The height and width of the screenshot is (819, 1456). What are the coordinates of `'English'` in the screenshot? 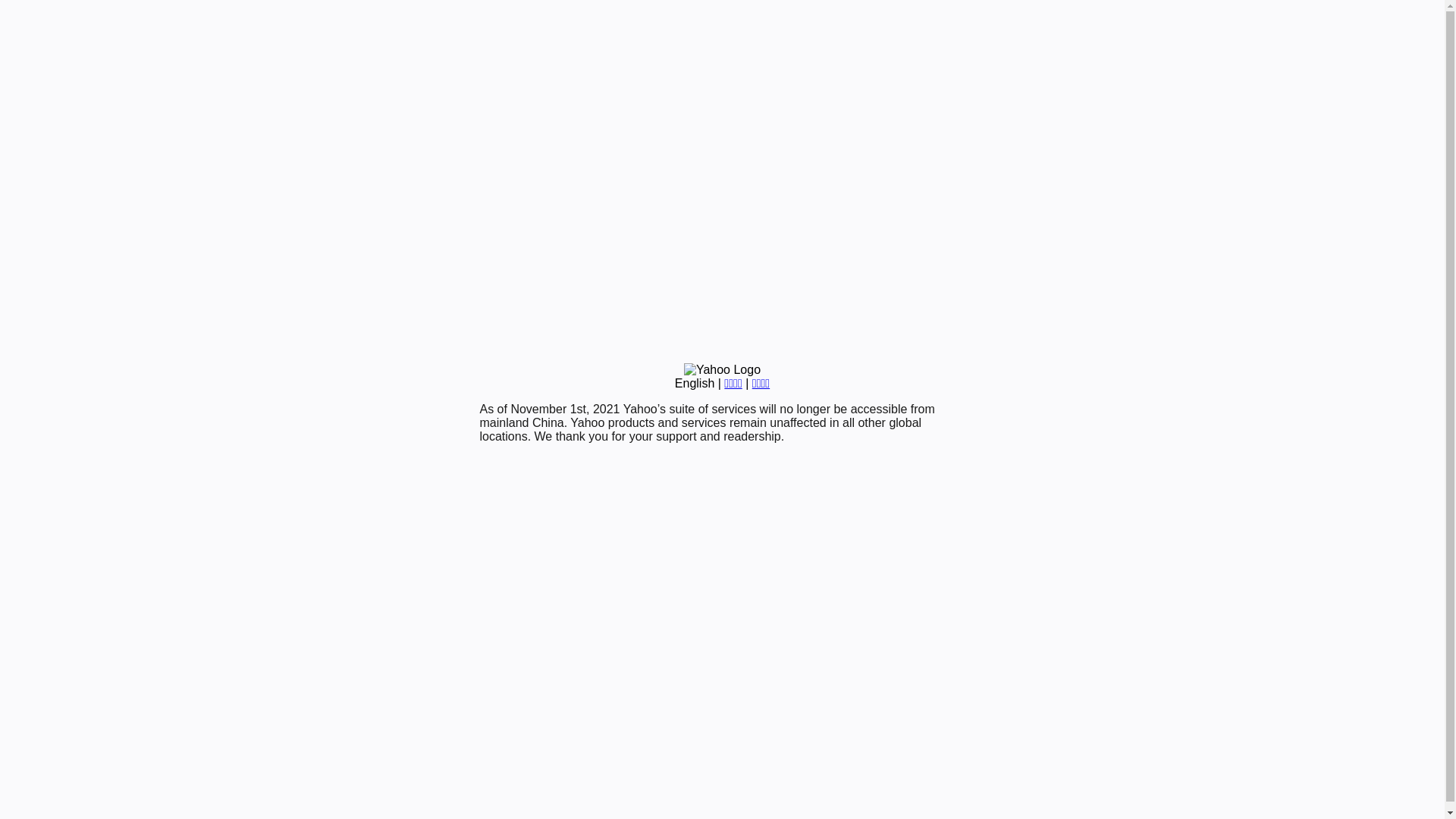 It's located at (694, 382).